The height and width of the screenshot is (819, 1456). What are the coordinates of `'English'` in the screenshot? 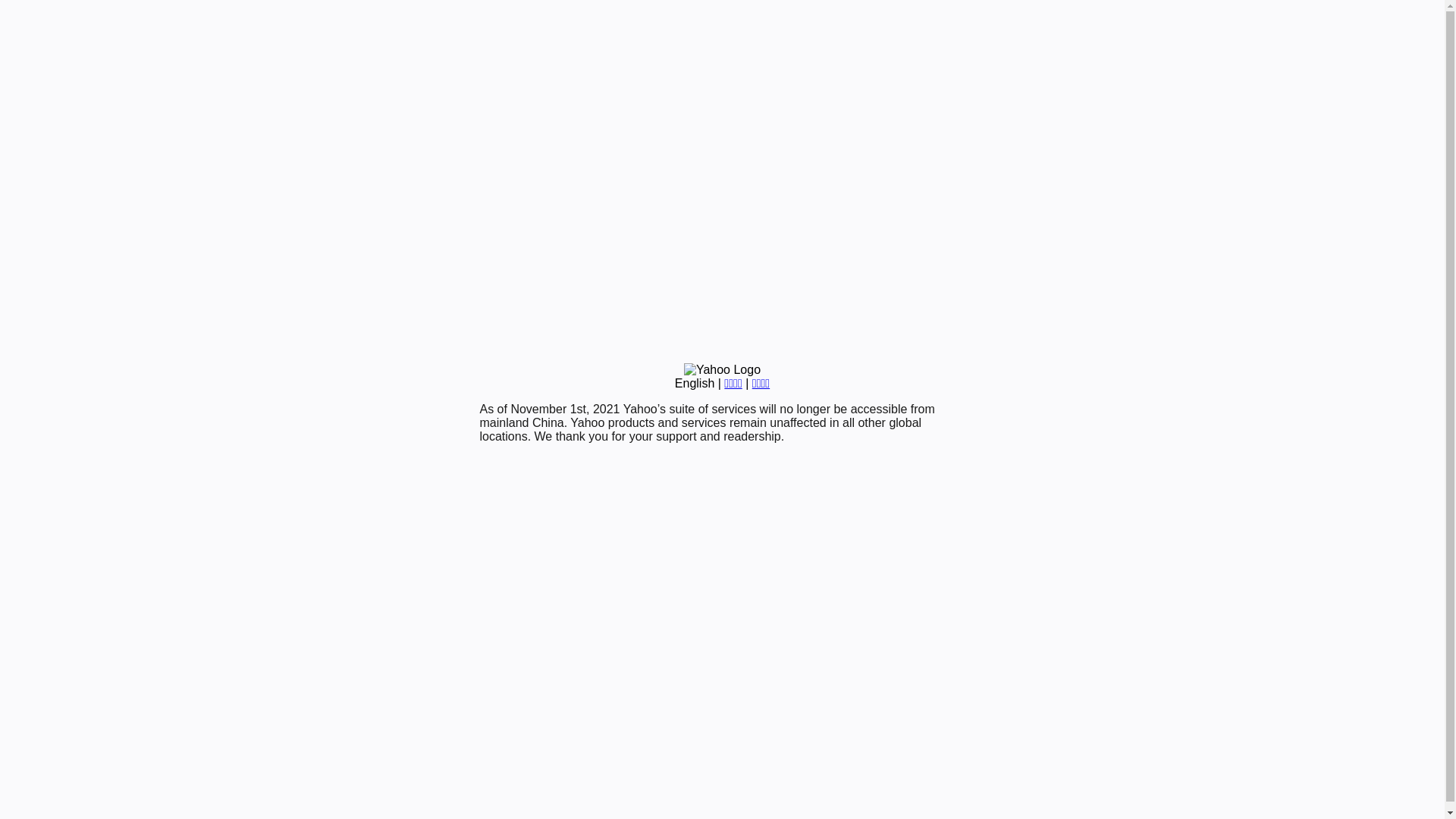 It's located at (694, 382).